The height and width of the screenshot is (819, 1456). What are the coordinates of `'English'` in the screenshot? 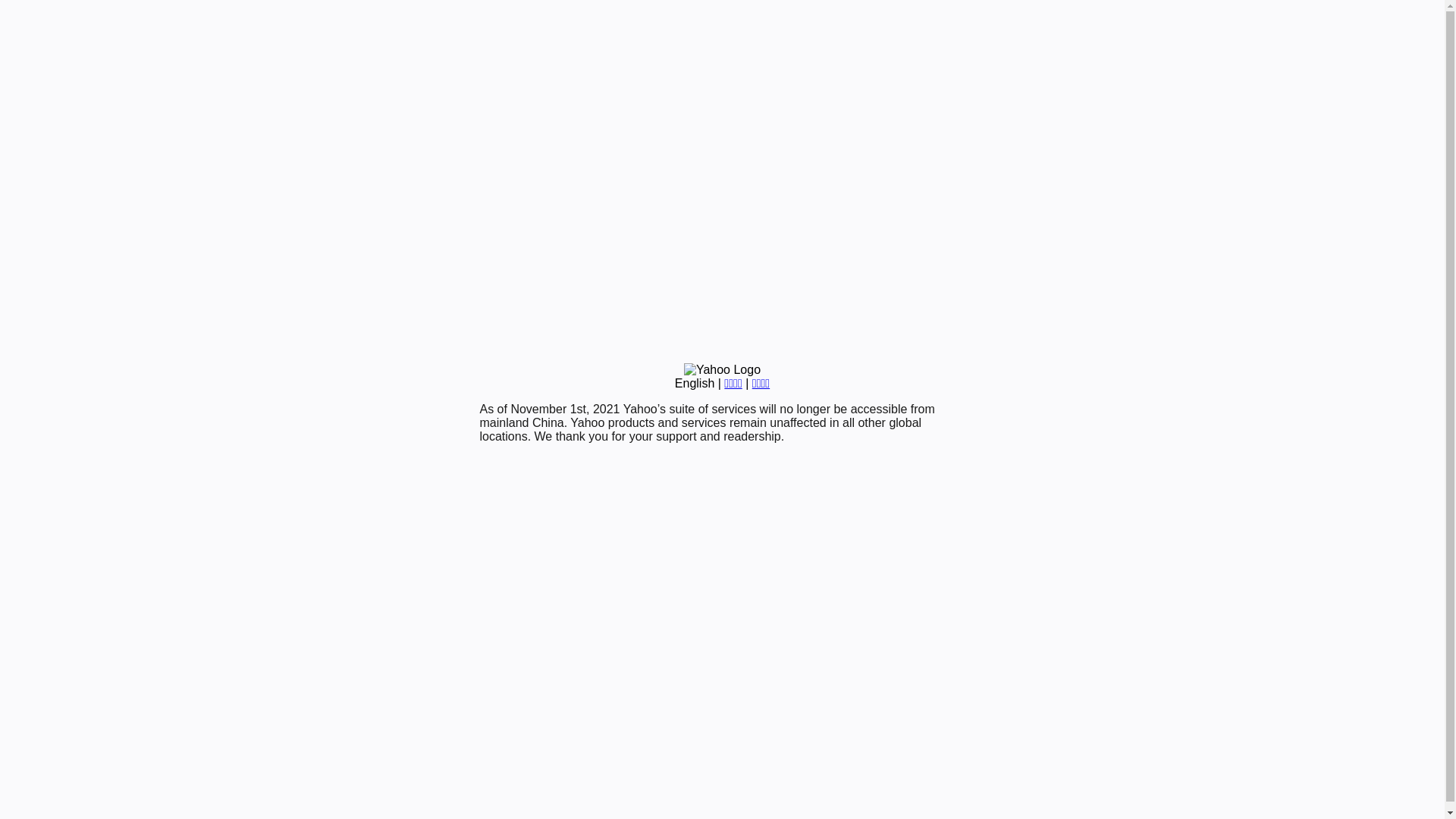 It's located at (694, 382).